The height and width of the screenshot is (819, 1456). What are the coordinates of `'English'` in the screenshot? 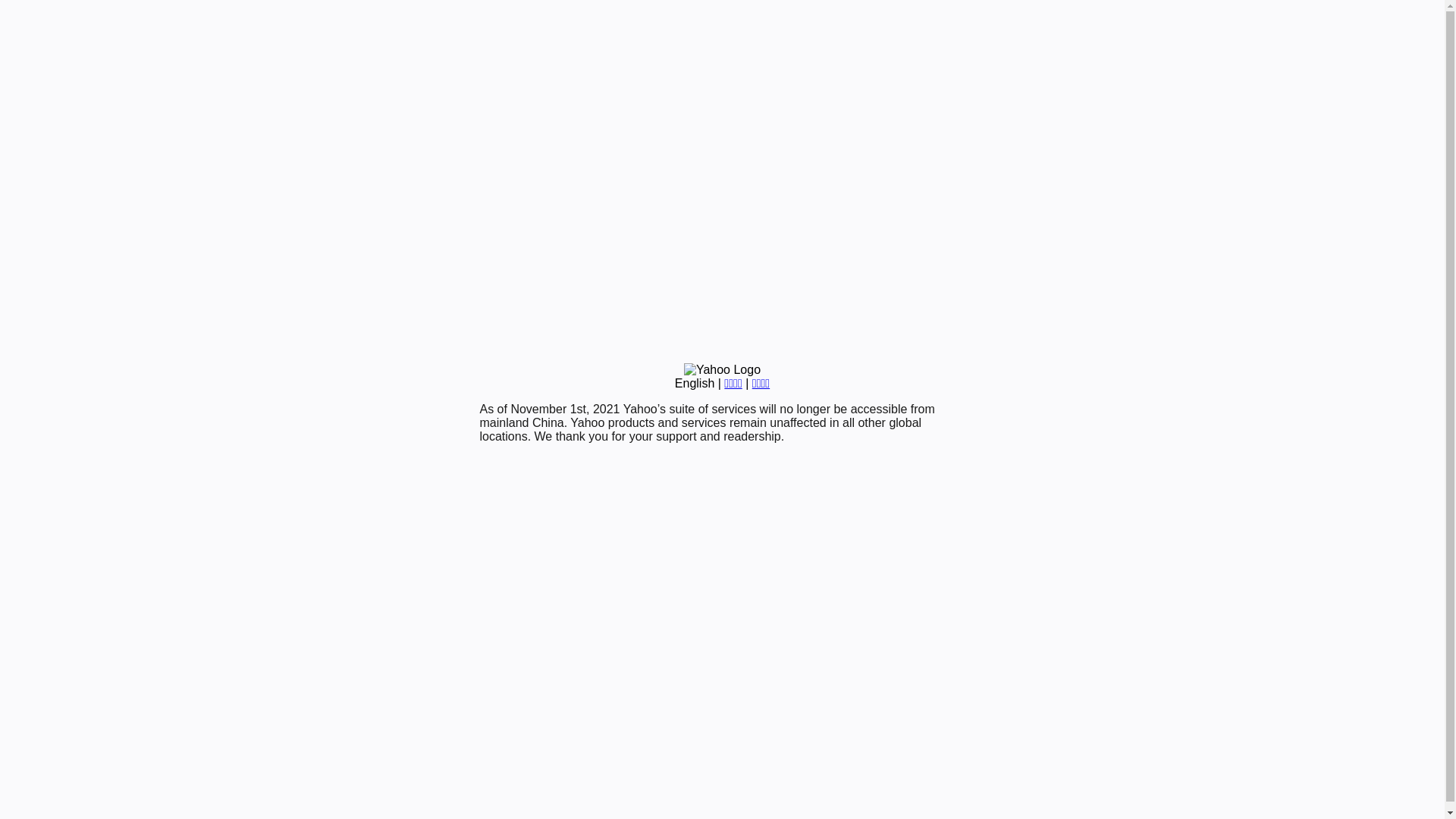 It's located at (694, 382).